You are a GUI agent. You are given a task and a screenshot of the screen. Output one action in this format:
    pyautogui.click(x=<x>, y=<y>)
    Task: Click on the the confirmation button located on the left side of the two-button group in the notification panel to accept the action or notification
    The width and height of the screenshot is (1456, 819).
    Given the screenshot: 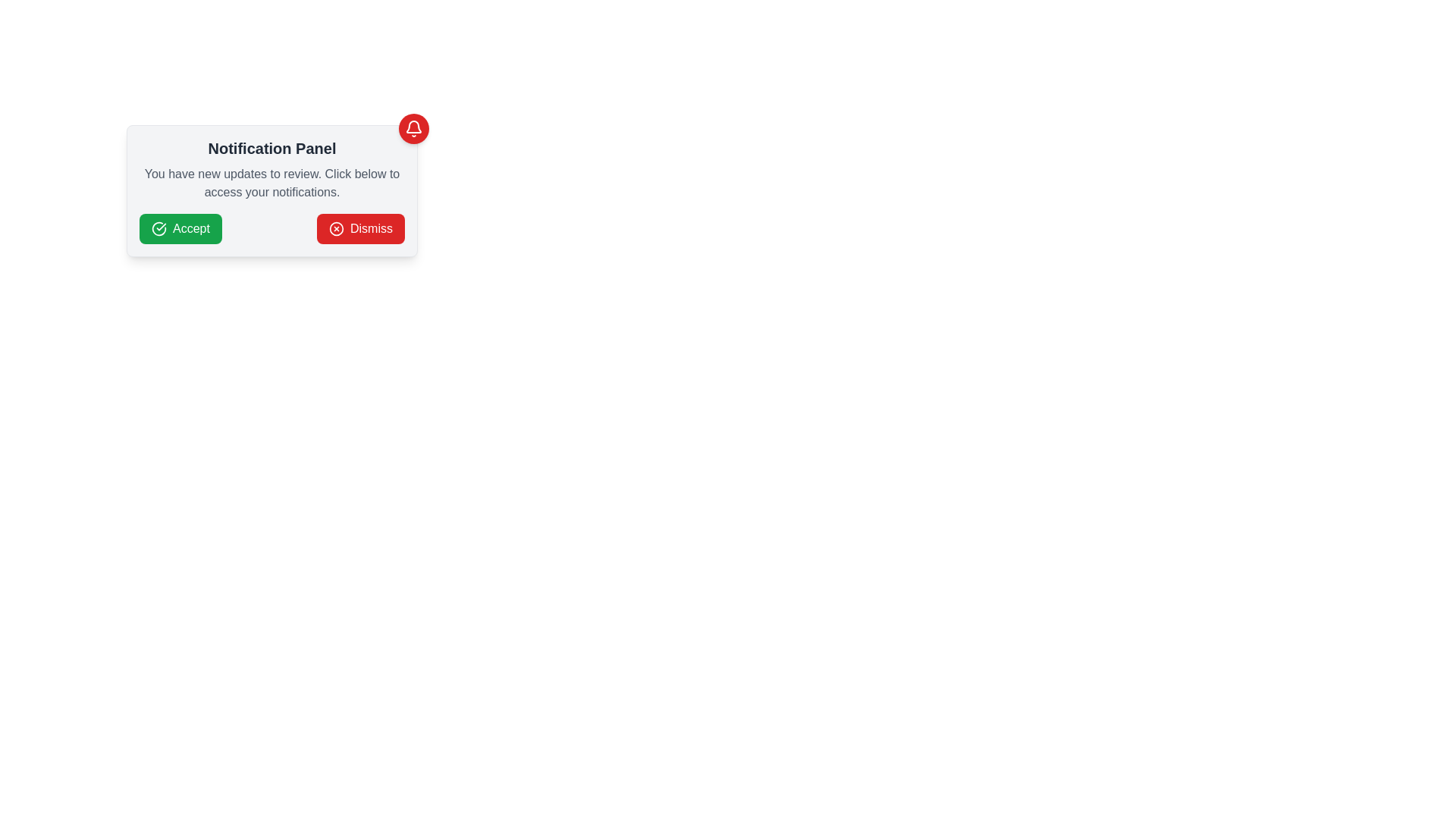 What is the action you would take?
    pyautogui.click(x=180, y=228)
    